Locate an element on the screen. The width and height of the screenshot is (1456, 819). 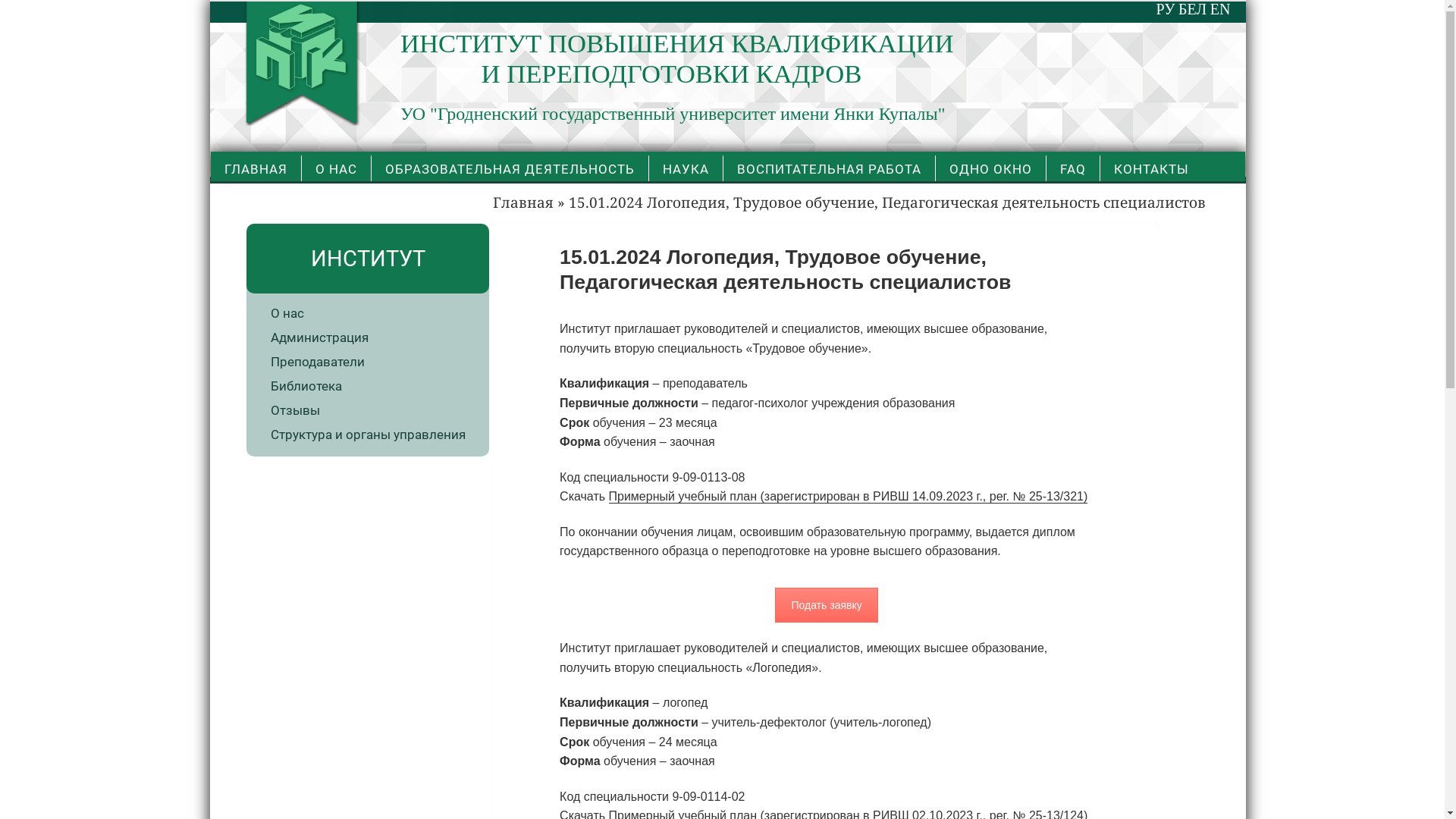
'EN' is located at coordinates (1220, 8).